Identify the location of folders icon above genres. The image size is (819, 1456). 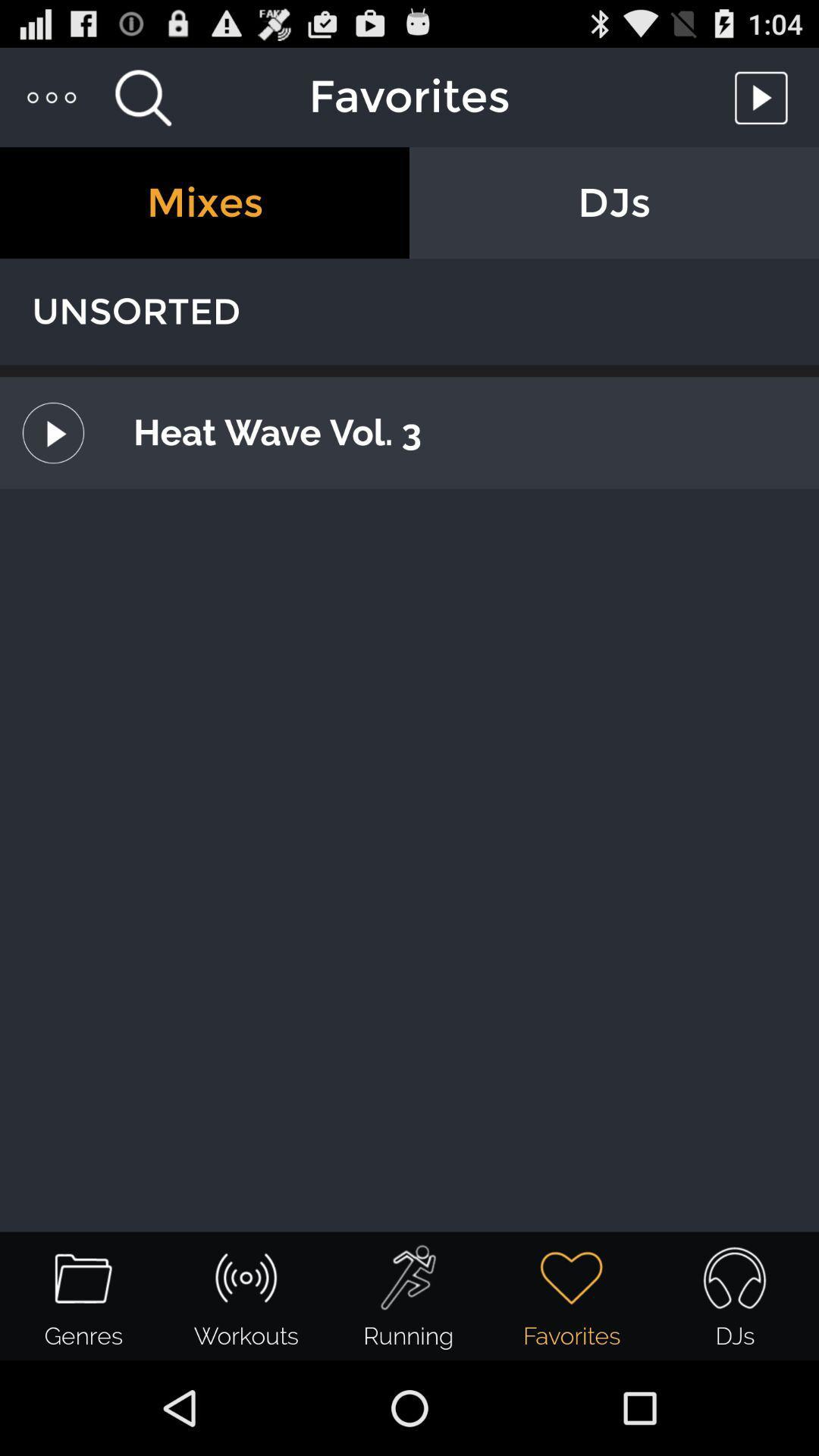
(83, 1277).